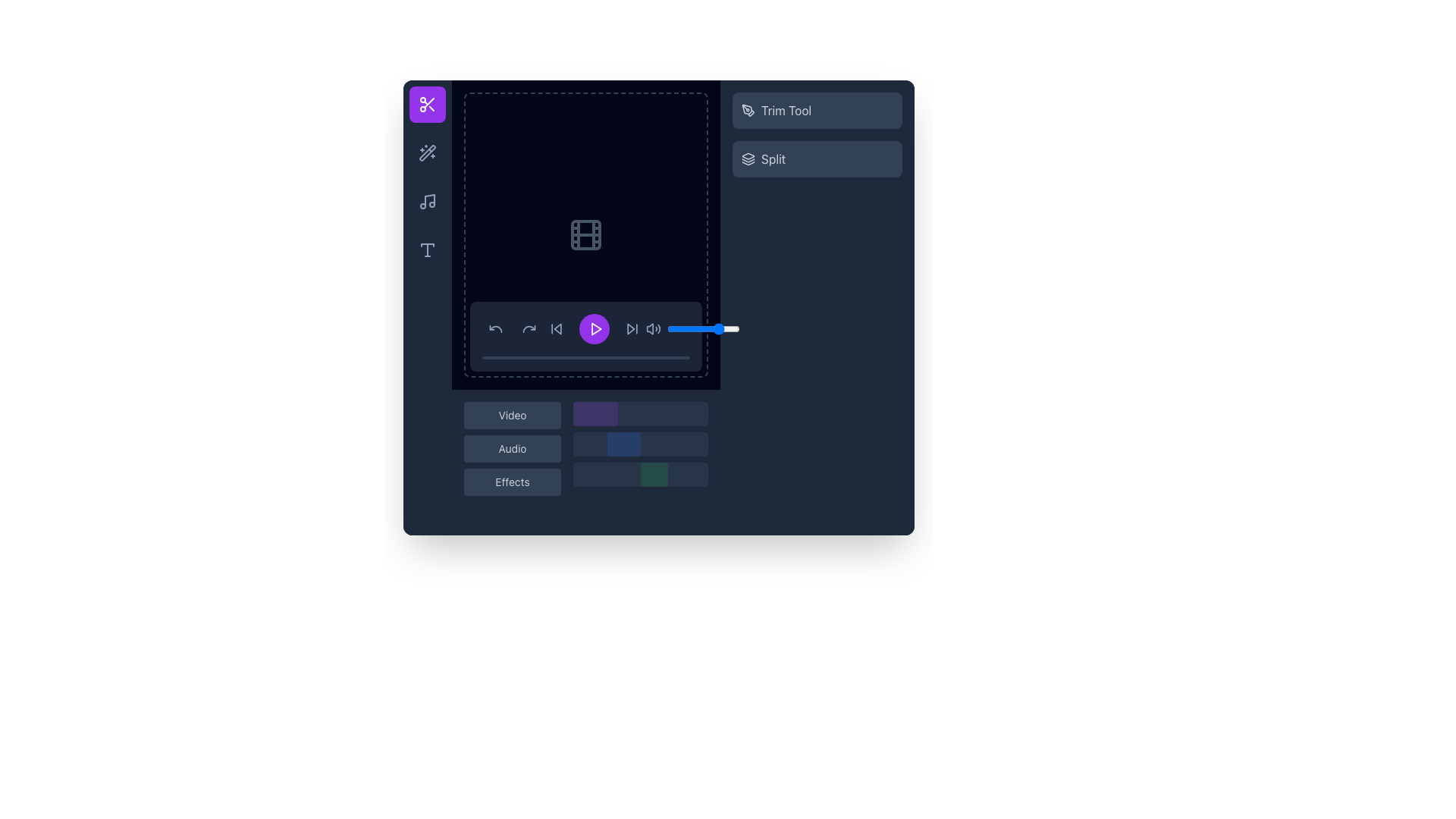 The height and width of the screenshot is (819, 1456). Describe the element at coordinates (585, 461) in the screenshot. I see `the 'Effects' button in the Interactive panel located at the bottom-left corner of the interface` at that location.